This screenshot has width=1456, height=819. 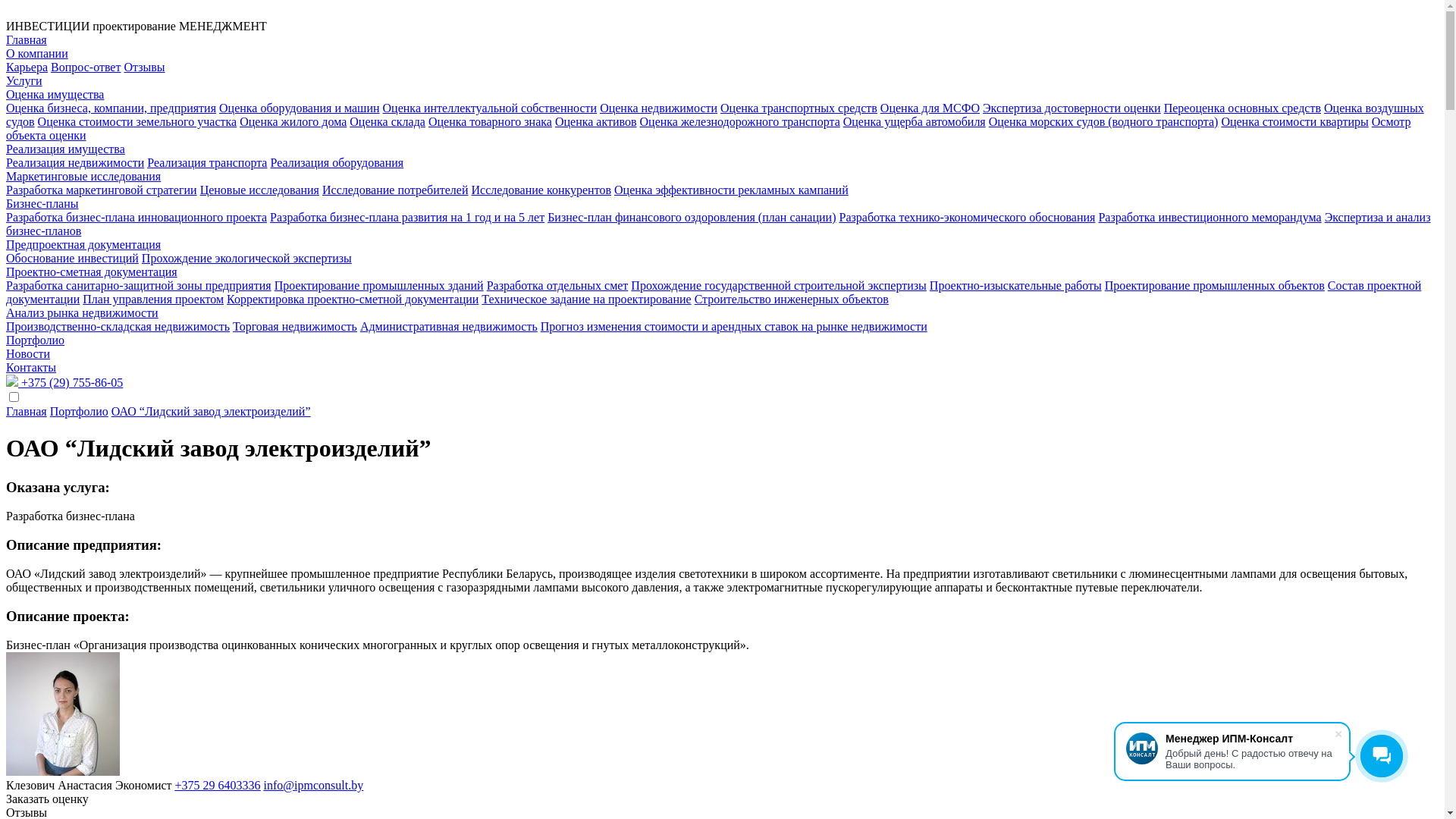 What do you see at coordinates (312, 785) in the screenshot?
I see `'info@ipmconsult.by'` at bounding box center [312, 785].